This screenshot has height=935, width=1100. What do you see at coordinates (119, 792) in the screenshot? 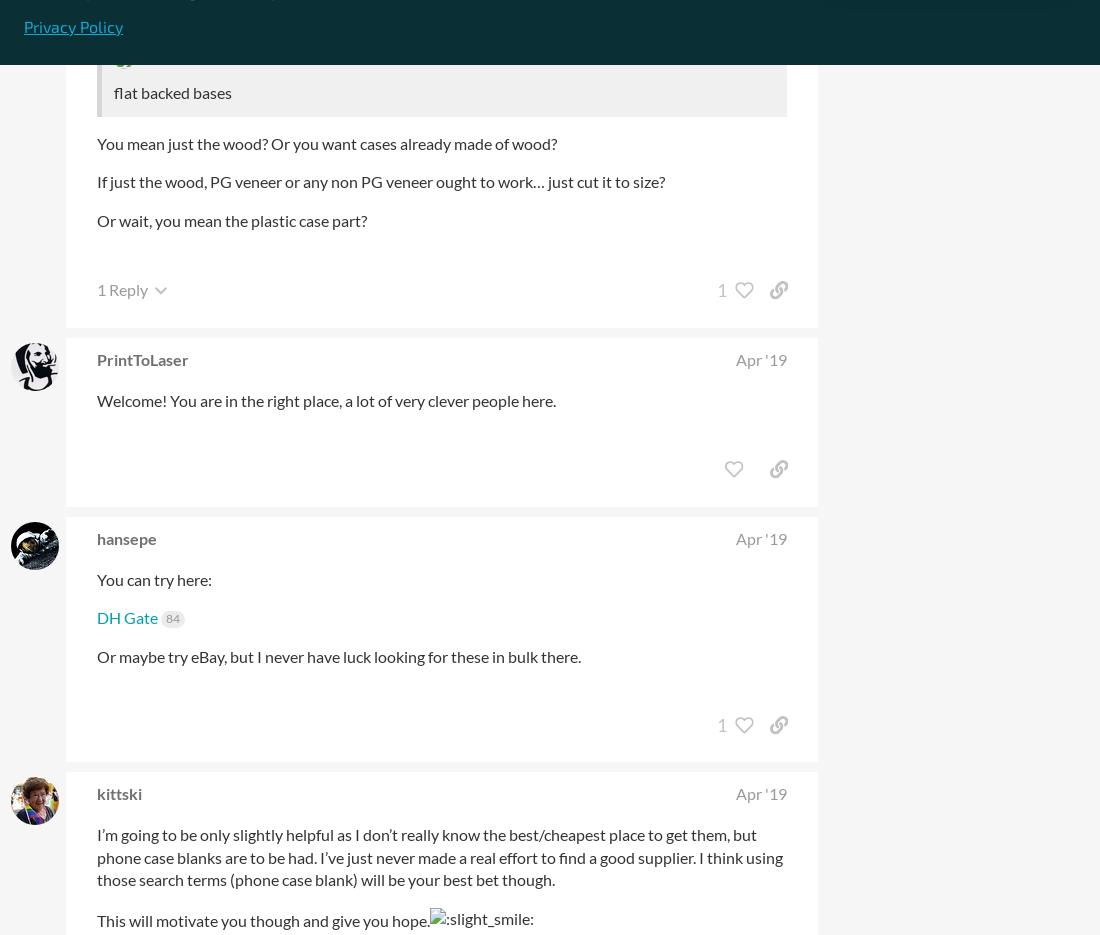
I see `'kittski'` at bounding box center [119, 792].